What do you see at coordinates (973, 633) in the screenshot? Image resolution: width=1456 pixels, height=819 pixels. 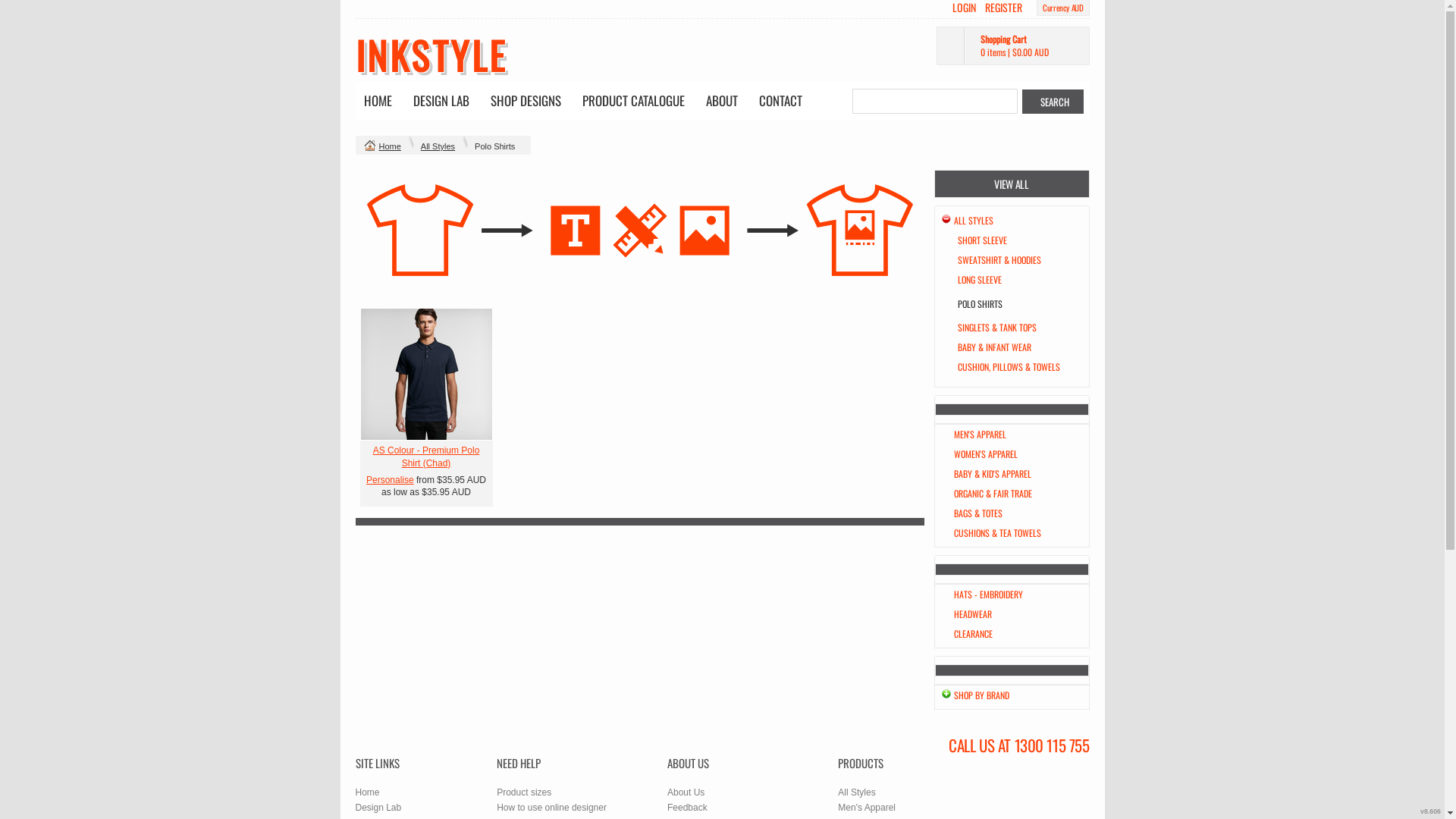 I see `'CLEARANCE'` at bounding box center [973, 633].